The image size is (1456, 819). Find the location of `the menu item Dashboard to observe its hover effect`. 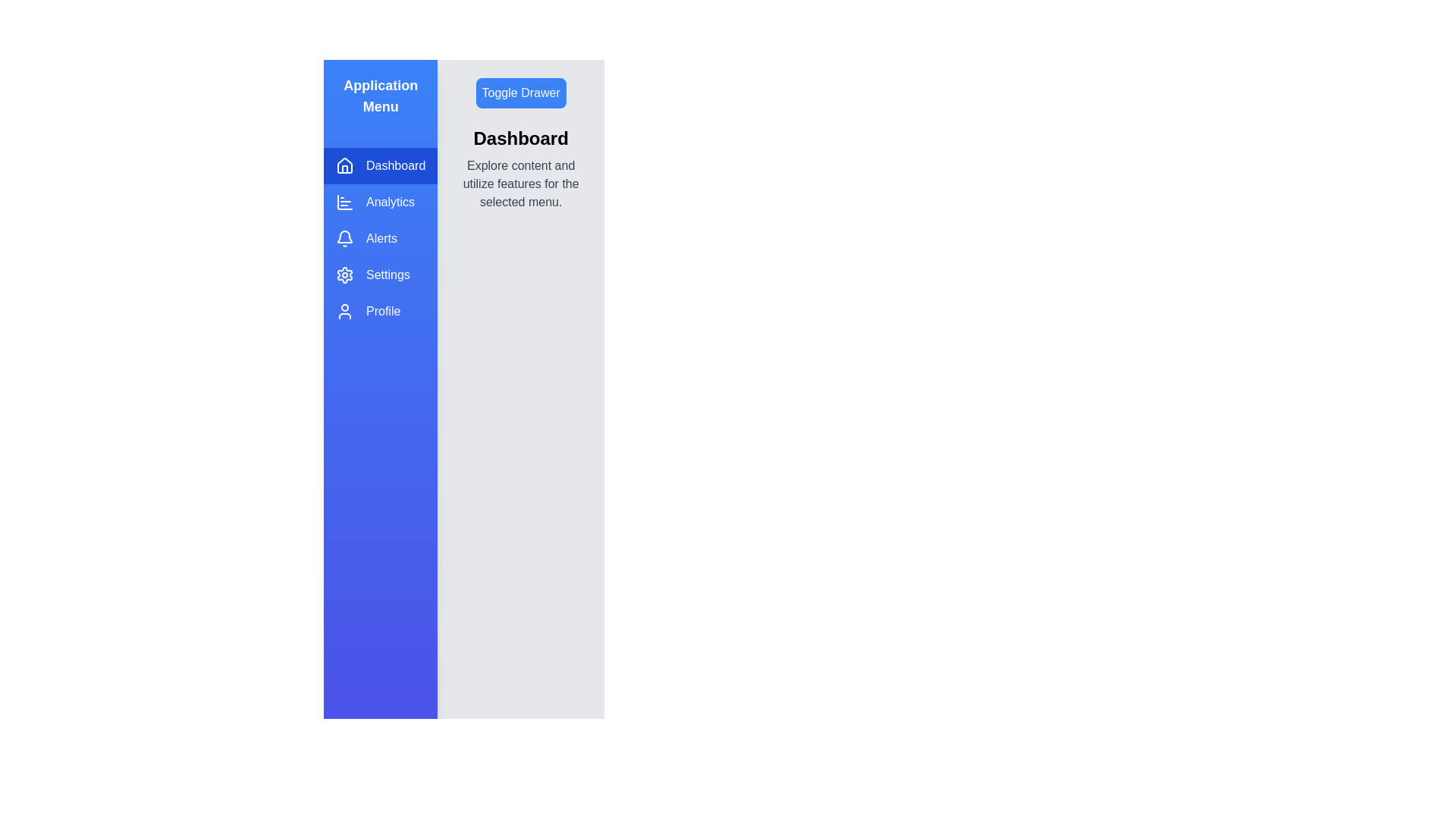

the menu item Dashboard to observe its hover effect is located at coordinates (381, 166).